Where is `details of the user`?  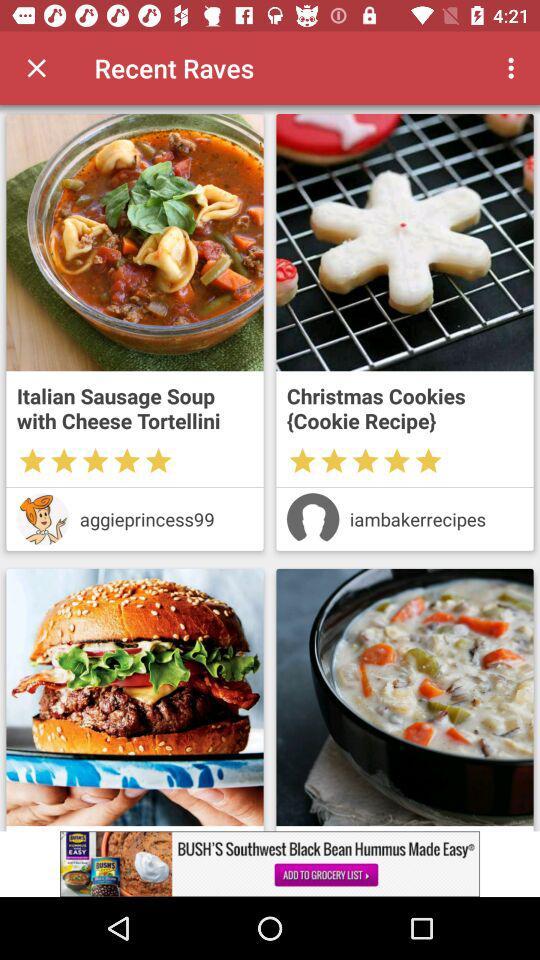
details of the user is located at coordinates (313, 518).